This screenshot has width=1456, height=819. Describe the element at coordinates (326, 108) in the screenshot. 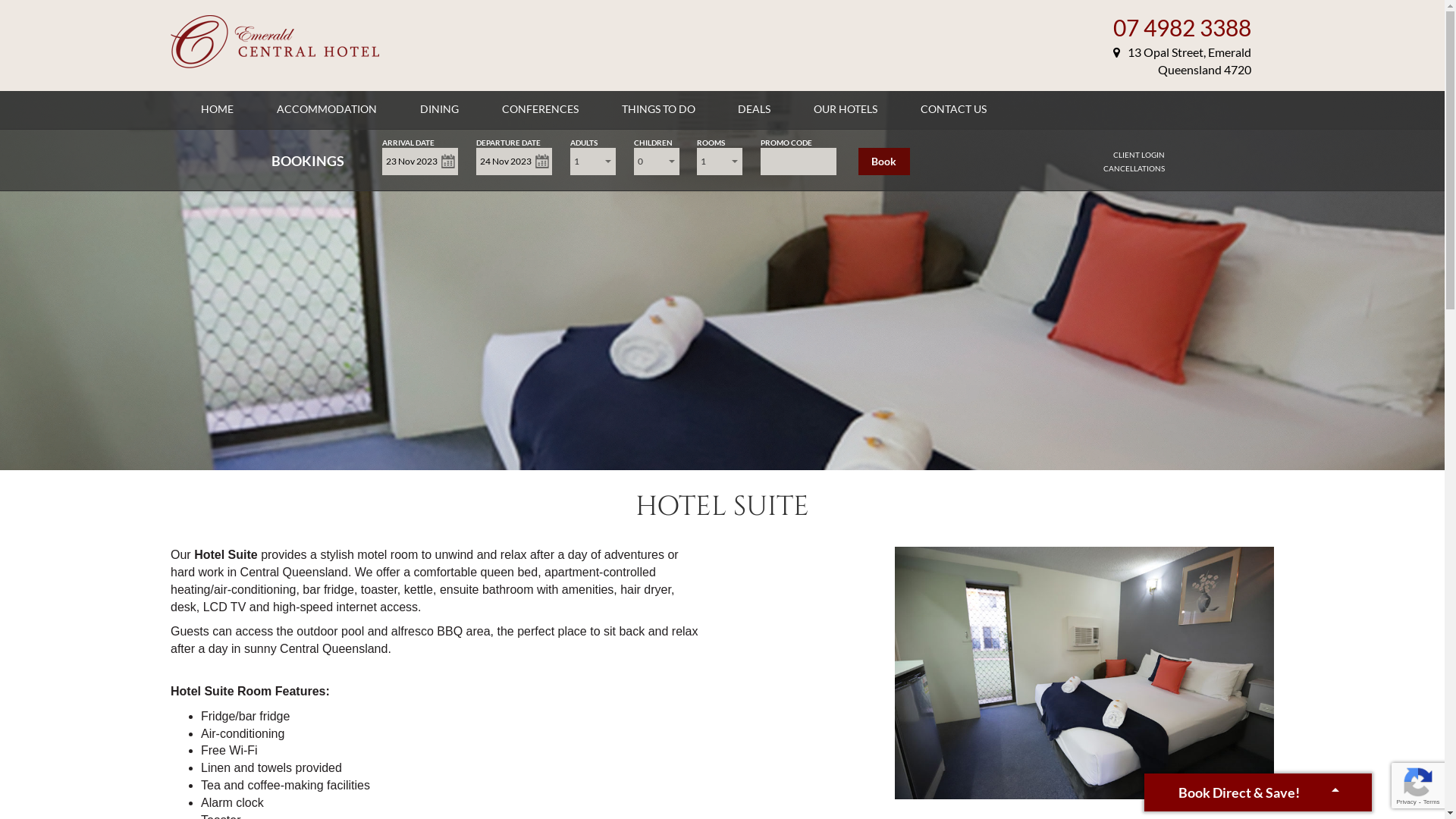

I see `'ACCOMMODATION'` at that location.